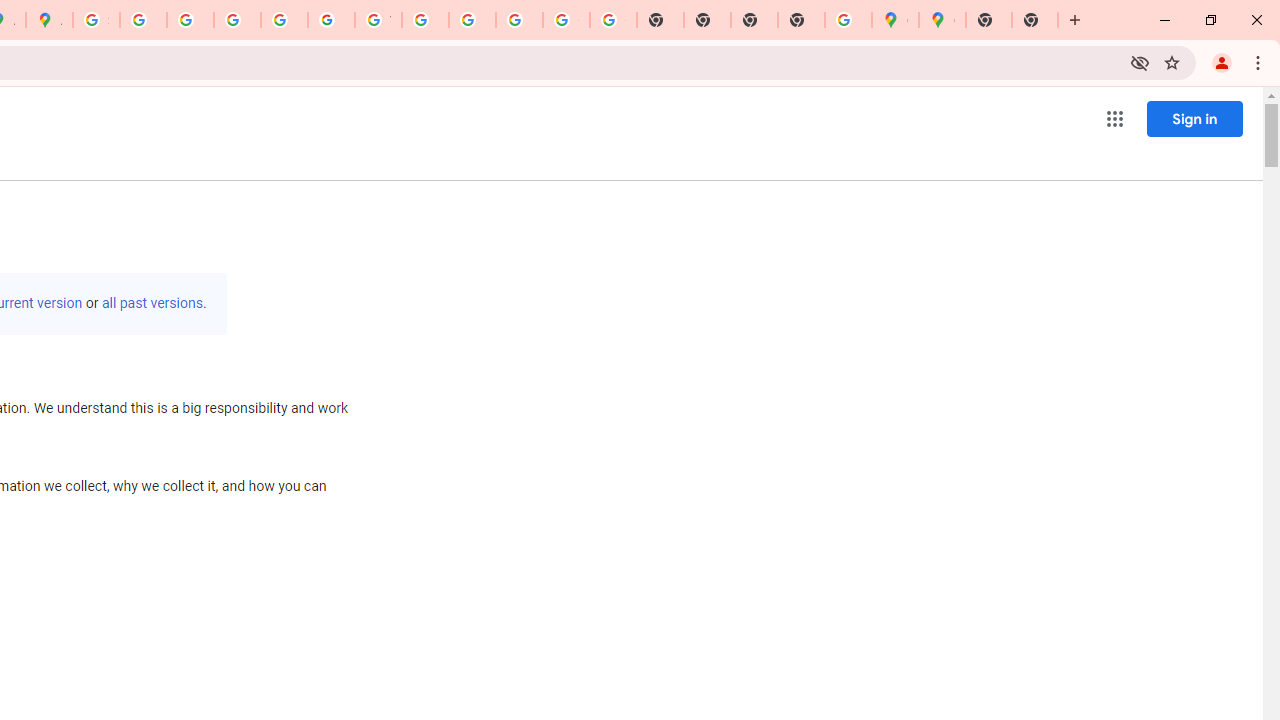 The height and width of the screenshot is (720, 1280). What do you see at coordinates (941, 20) in the screenshot?
I see `'Google Maps'` at bounding box center [941, 20].